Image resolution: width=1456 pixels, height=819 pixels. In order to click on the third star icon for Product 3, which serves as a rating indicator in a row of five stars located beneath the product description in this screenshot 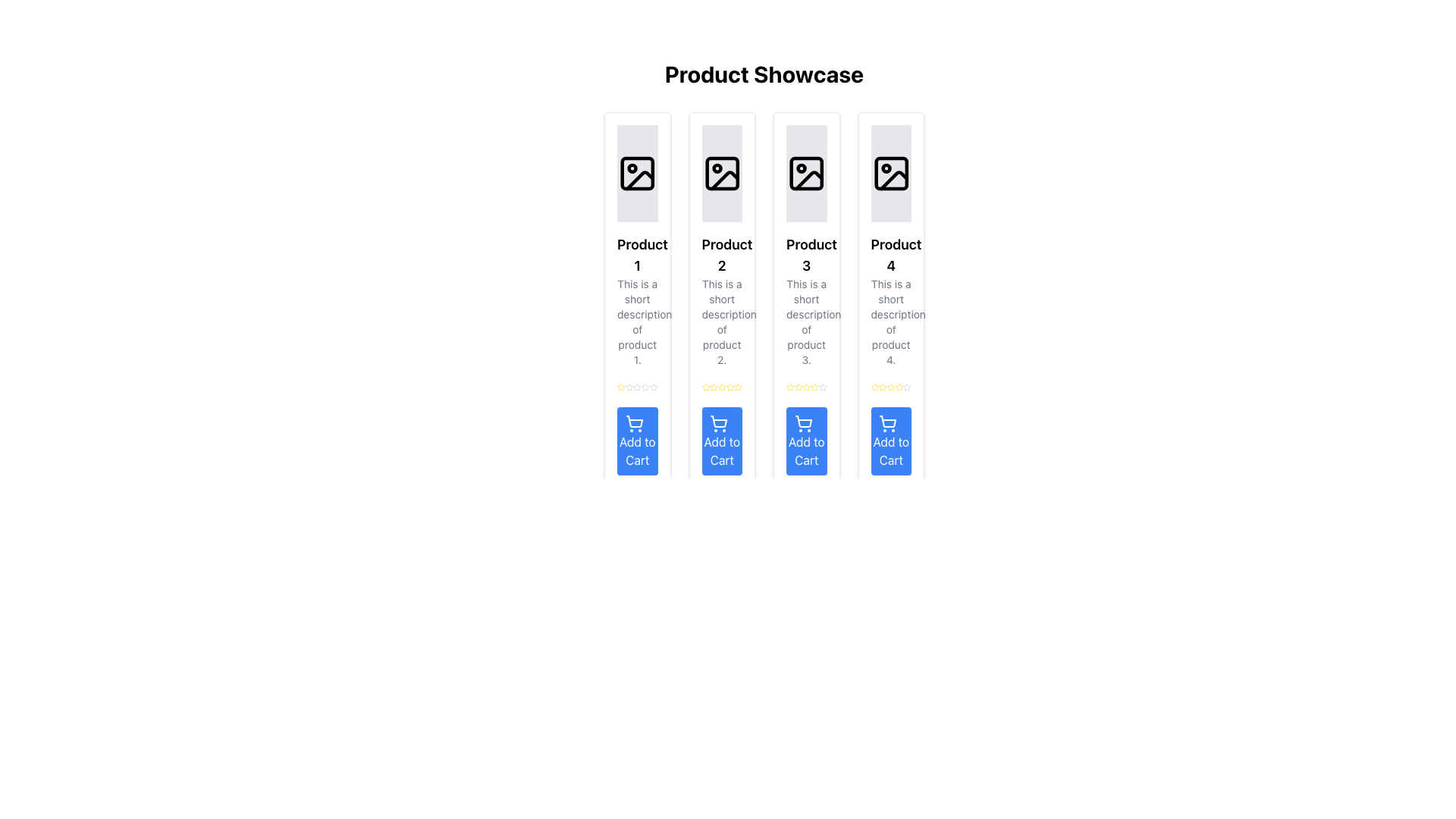, I will do `click(814, 386)`.